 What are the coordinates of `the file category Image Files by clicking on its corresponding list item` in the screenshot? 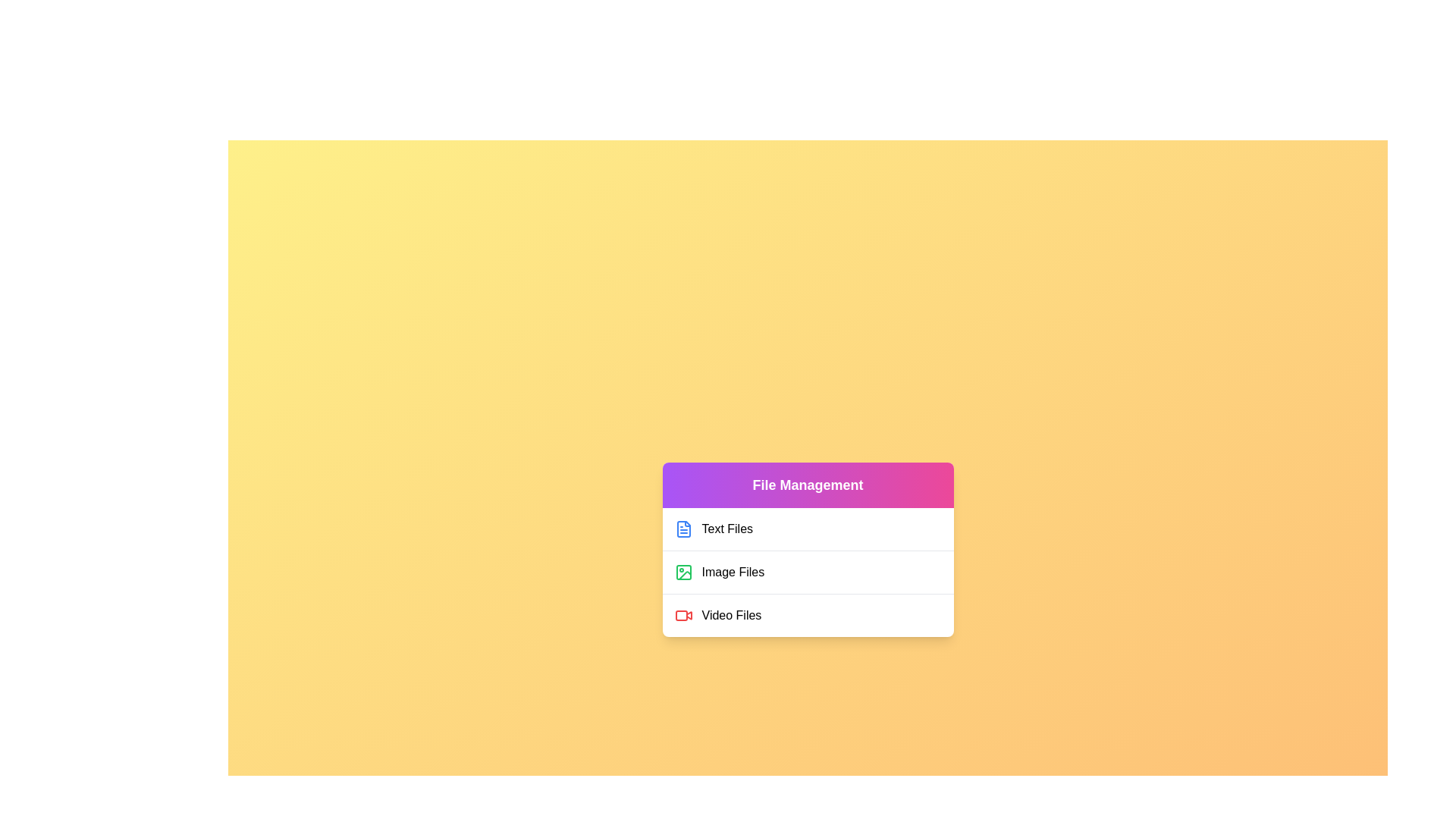 It's located at (807, 572).